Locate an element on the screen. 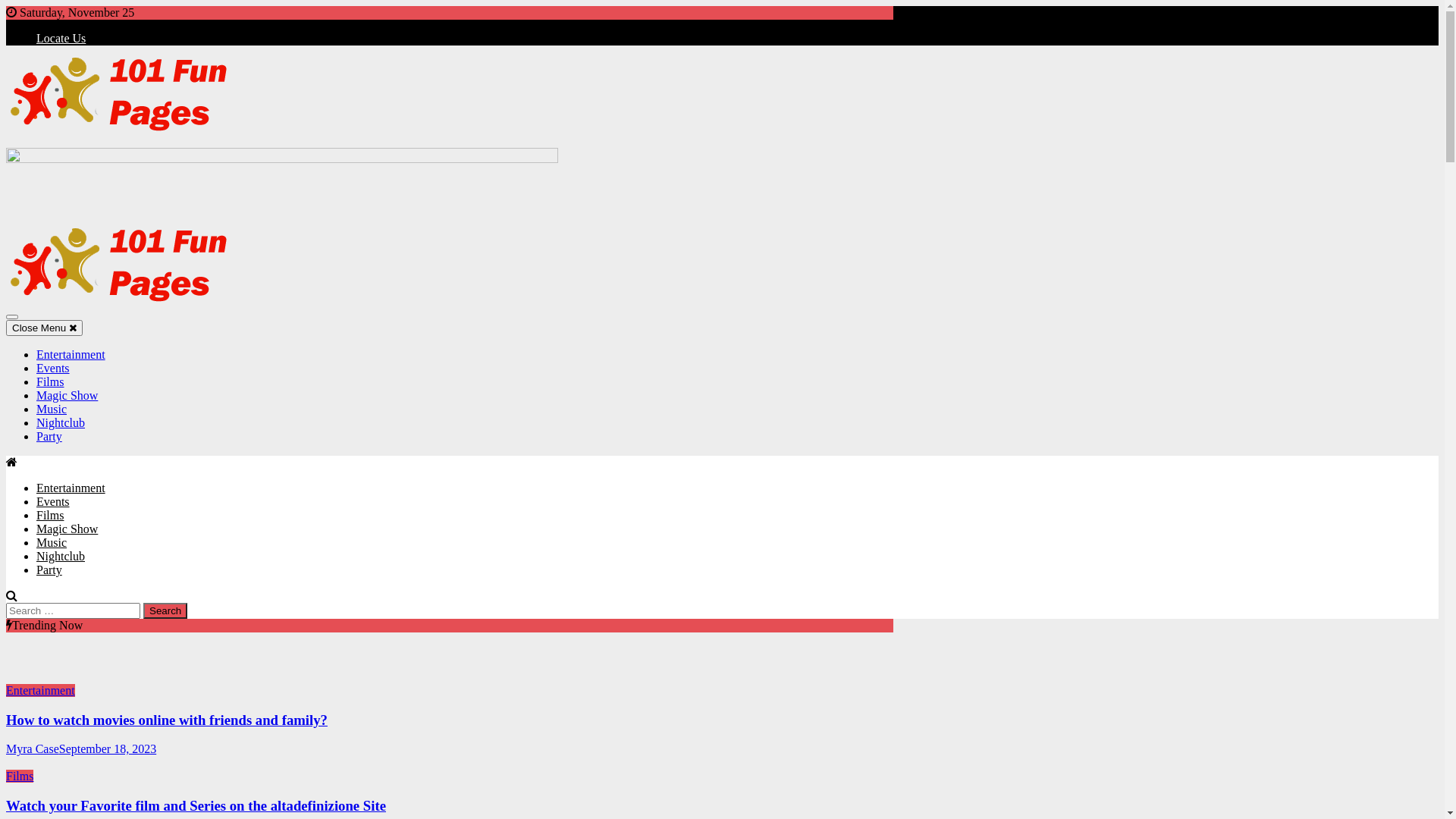 This screenshot has height=819, width=1456. 'Films' is located at coordinates (50, 381).